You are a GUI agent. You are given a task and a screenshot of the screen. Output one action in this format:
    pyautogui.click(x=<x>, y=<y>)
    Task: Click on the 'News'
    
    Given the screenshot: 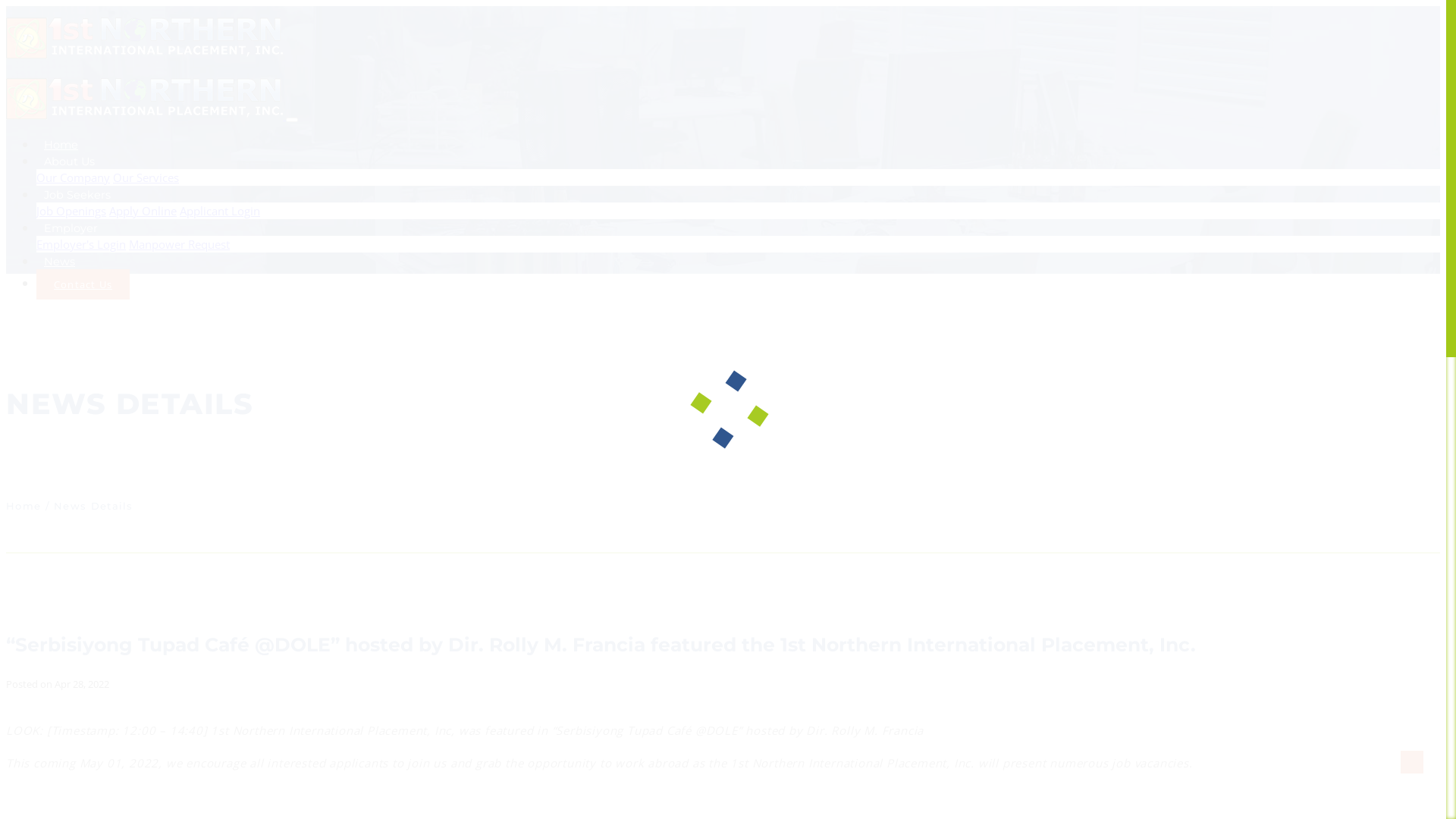 What is the action you would take?
    pyautogui.click(x=43, y=260)
    